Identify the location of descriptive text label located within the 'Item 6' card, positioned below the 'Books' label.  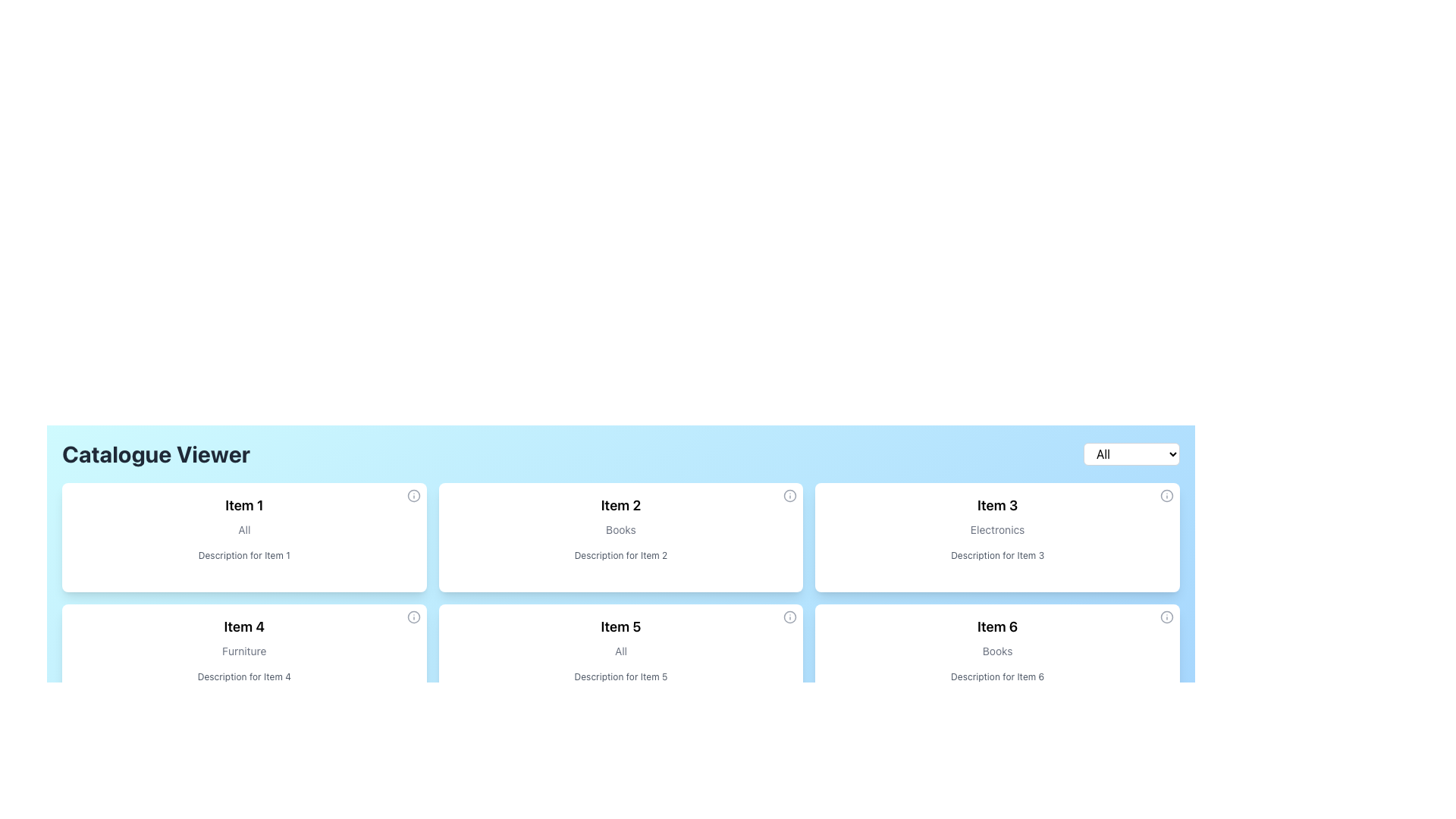
(997, 676).